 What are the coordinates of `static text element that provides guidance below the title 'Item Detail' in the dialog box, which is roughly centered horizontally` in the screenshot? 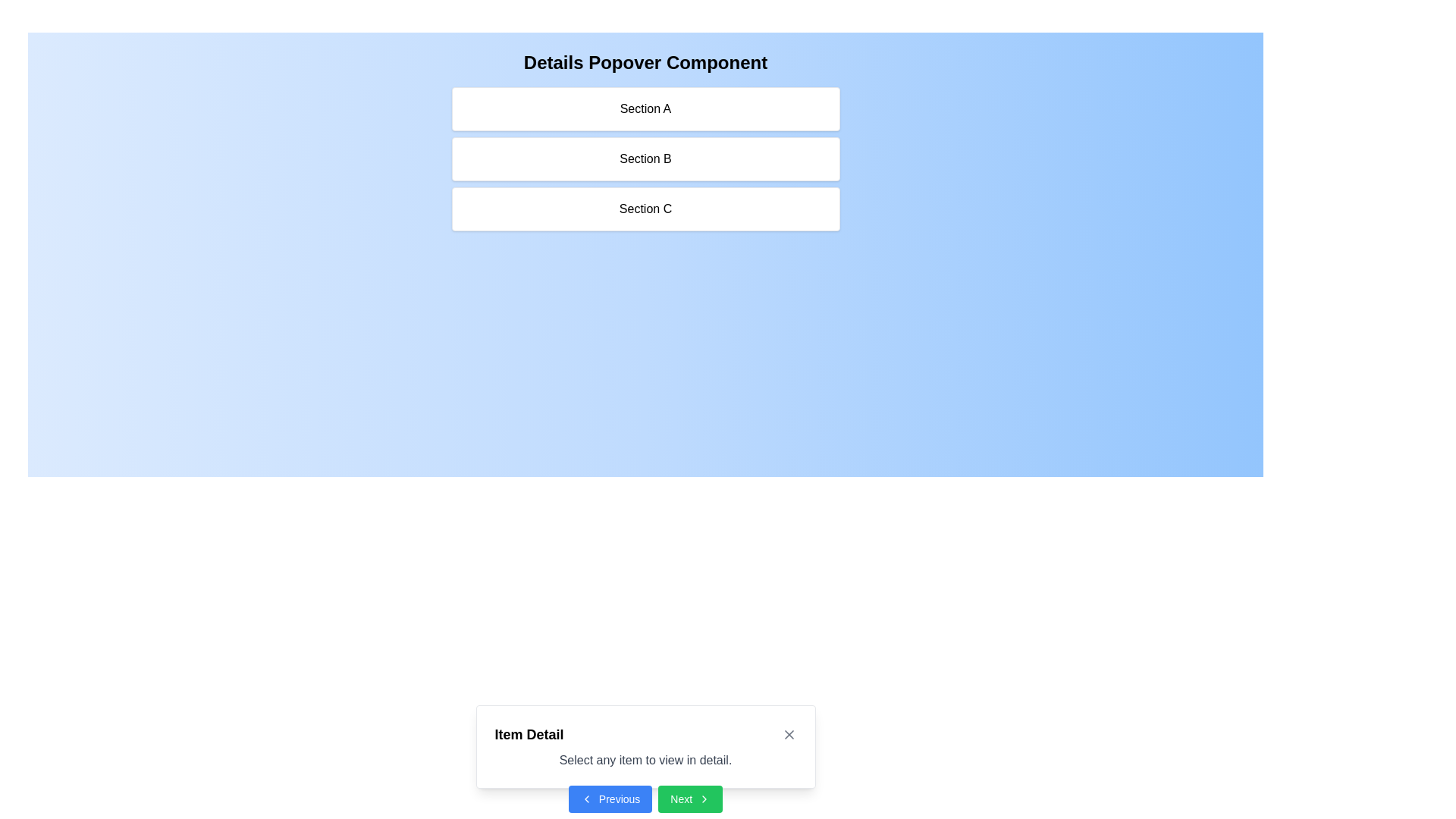 It's located at (645, 760).